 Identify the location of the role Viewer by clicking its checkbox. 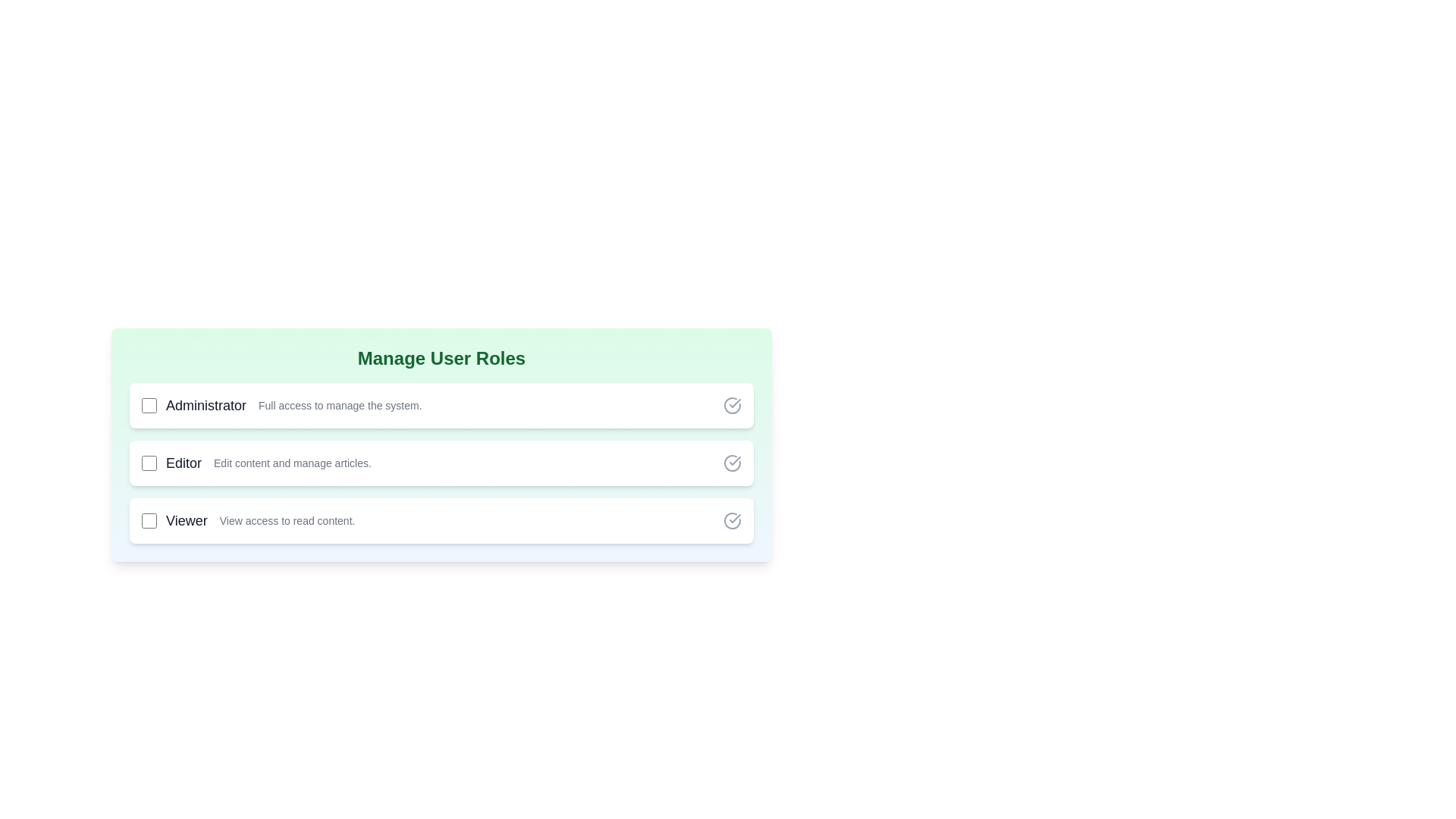
(149, 519).